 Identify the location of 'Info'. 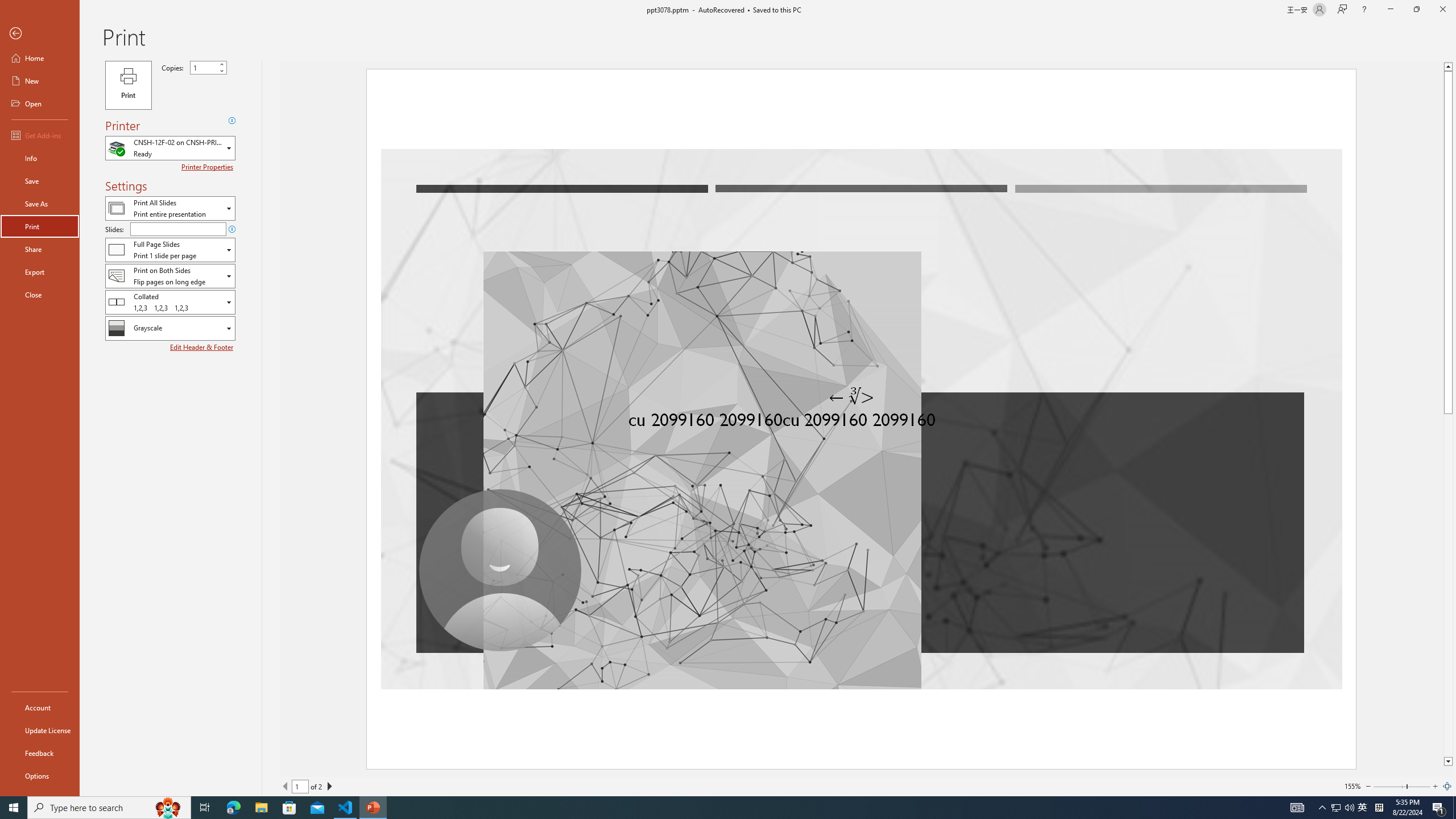
(39, 157).